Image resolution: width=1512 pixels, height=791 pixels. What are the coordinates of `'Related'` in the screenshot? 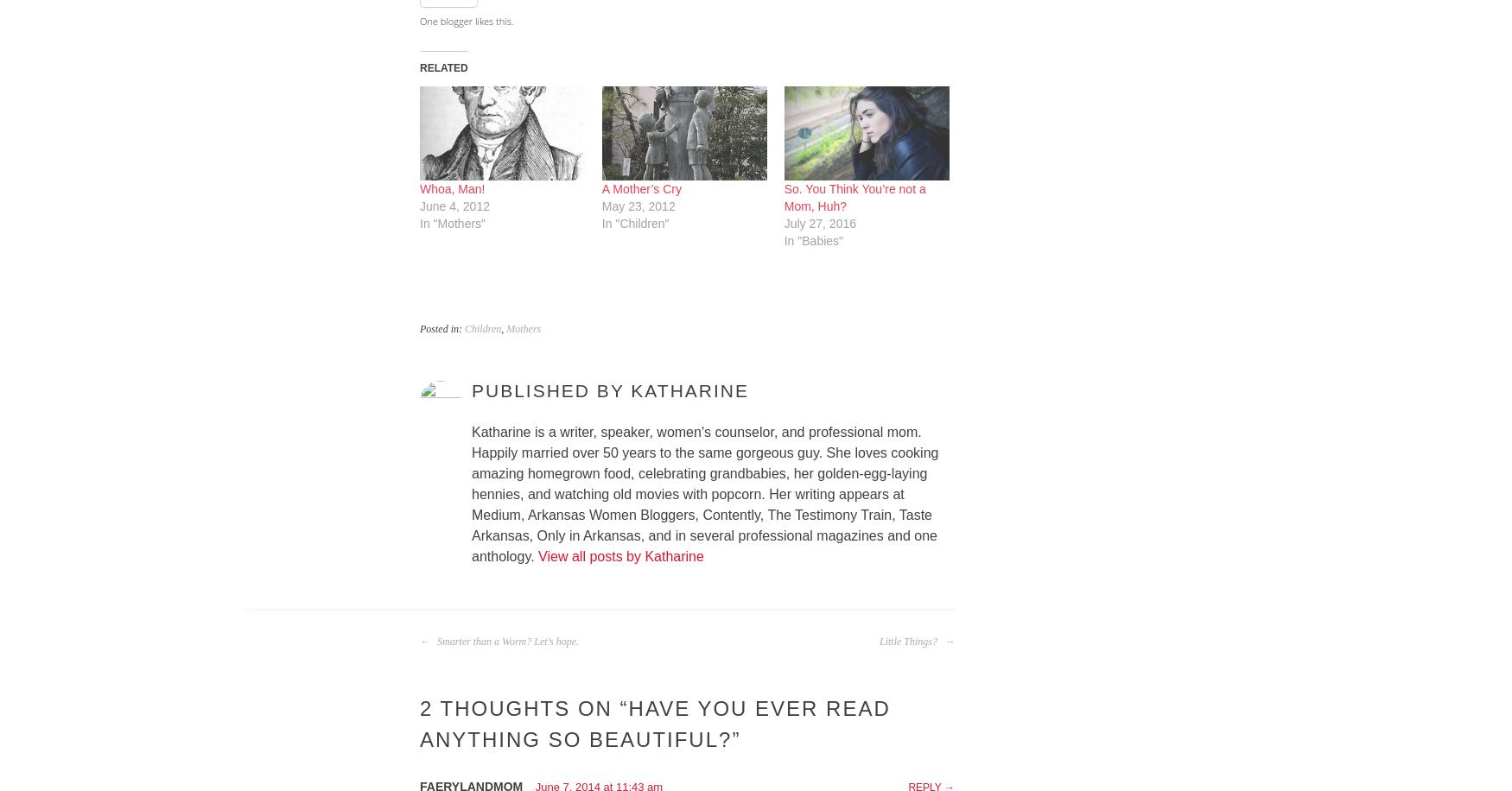 It's located at (442, 66).